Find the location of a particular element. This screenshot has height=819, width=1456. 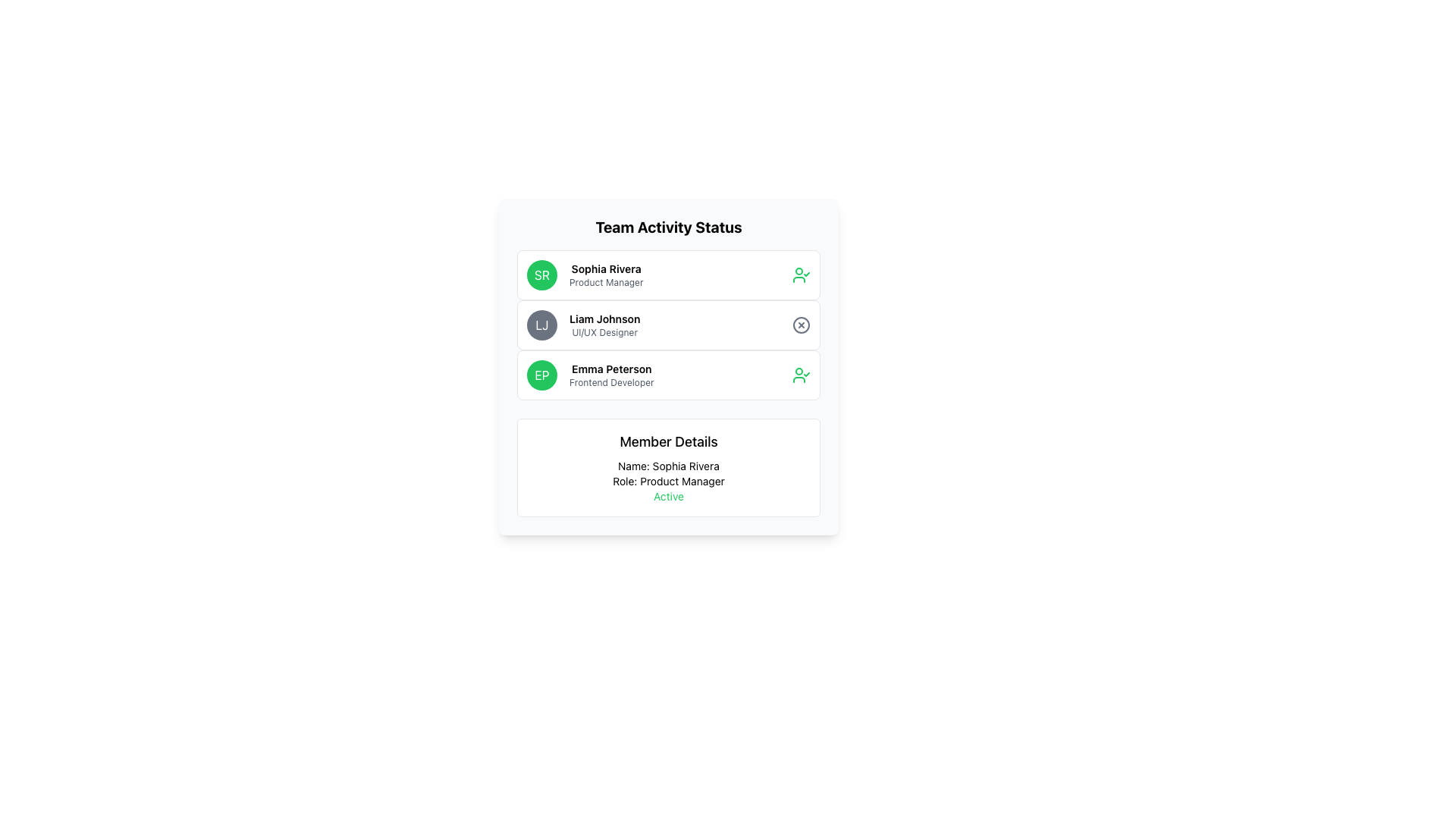

the 'Active' text label, which is styled in a small font size and green color, located at the bottom of the 'Member Details' section directly below 'Role: Product Manager' is located at coordinates (668, 497).